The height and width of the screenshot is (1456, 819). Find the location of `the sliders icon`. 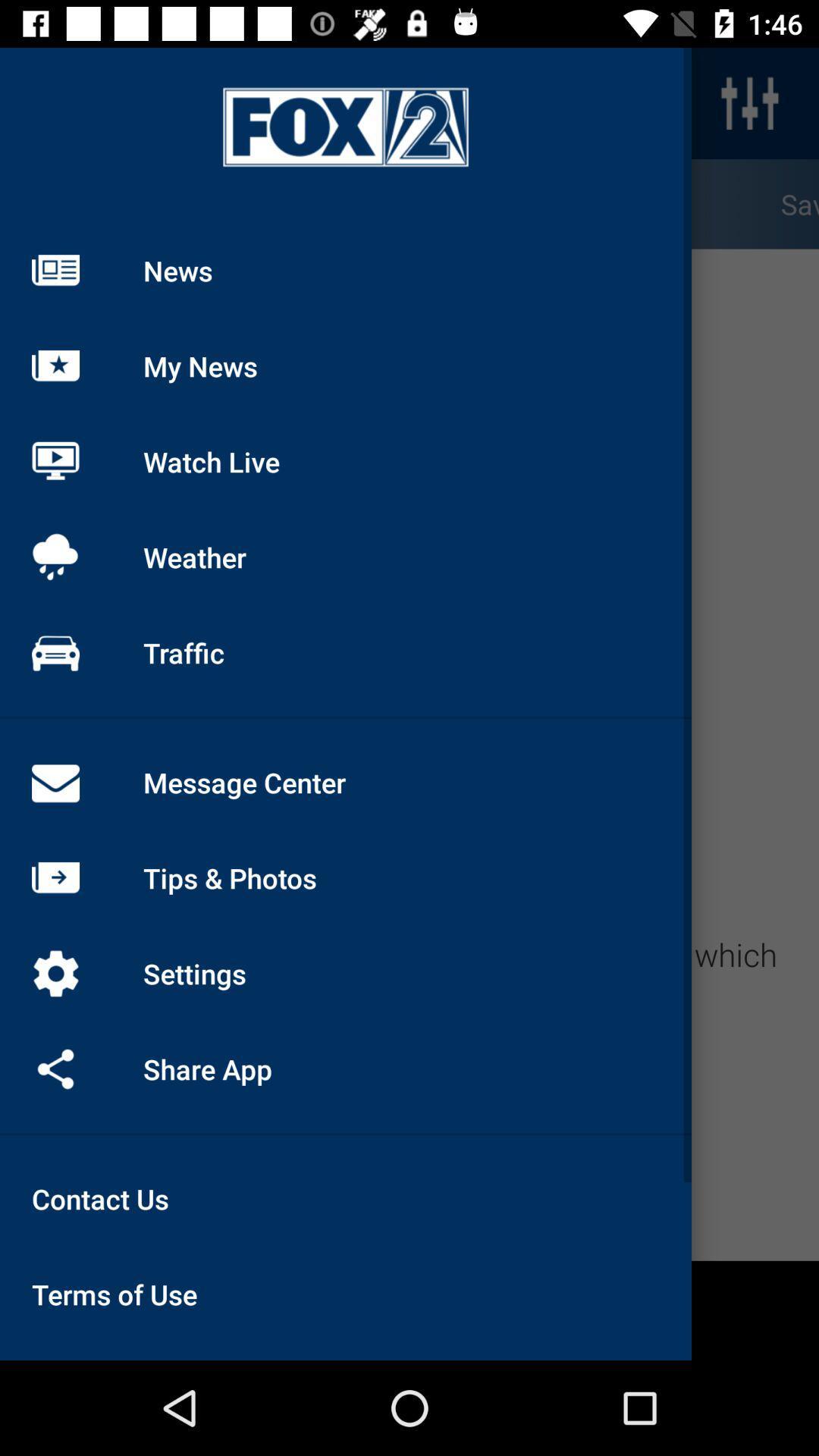

the sliders icon is located at coordinates (748, 102).